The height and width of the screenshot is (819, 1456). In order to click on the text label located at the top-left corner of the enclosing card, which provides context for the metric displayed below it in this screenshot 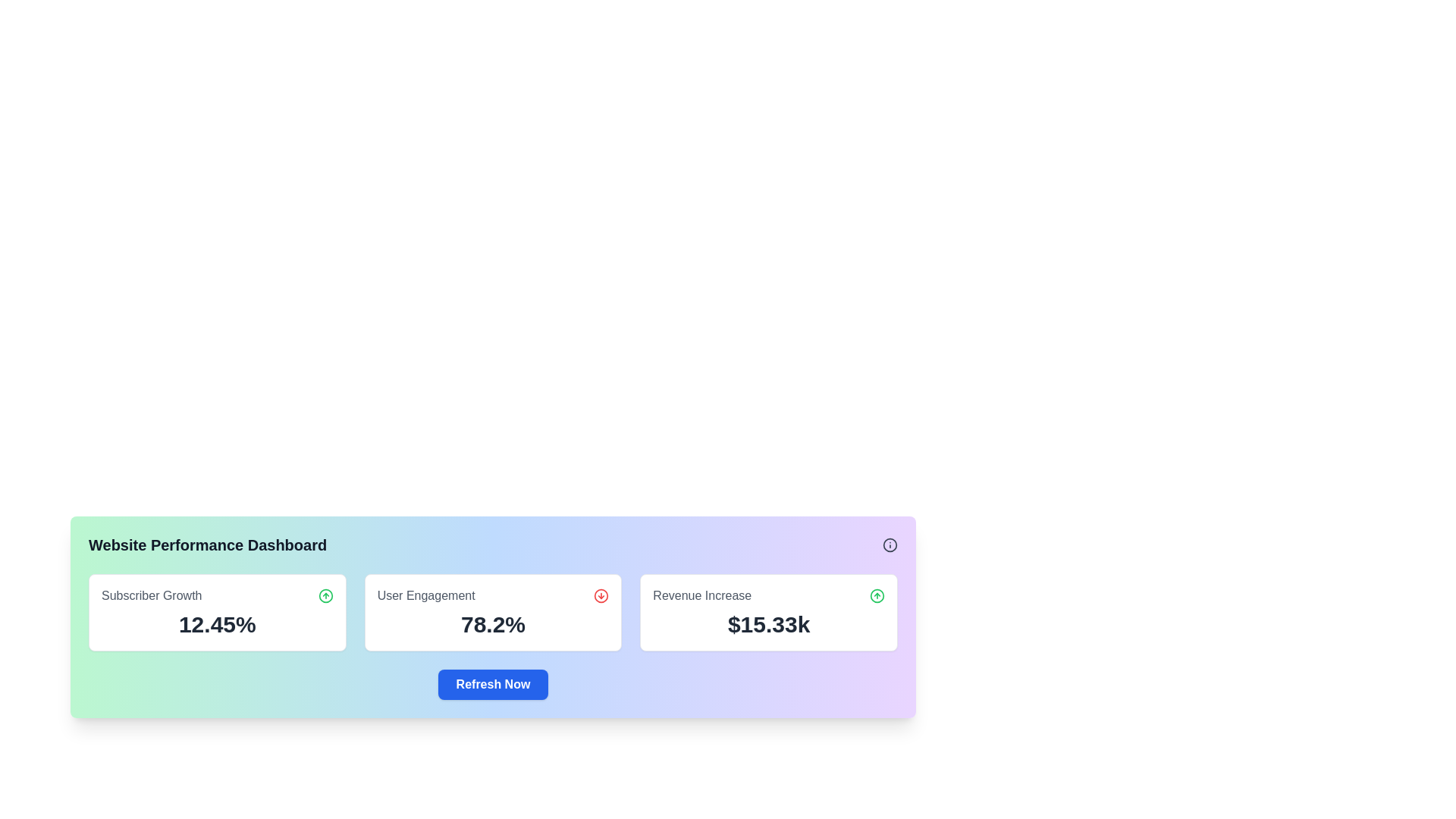, I will do `click(152, 595)`.